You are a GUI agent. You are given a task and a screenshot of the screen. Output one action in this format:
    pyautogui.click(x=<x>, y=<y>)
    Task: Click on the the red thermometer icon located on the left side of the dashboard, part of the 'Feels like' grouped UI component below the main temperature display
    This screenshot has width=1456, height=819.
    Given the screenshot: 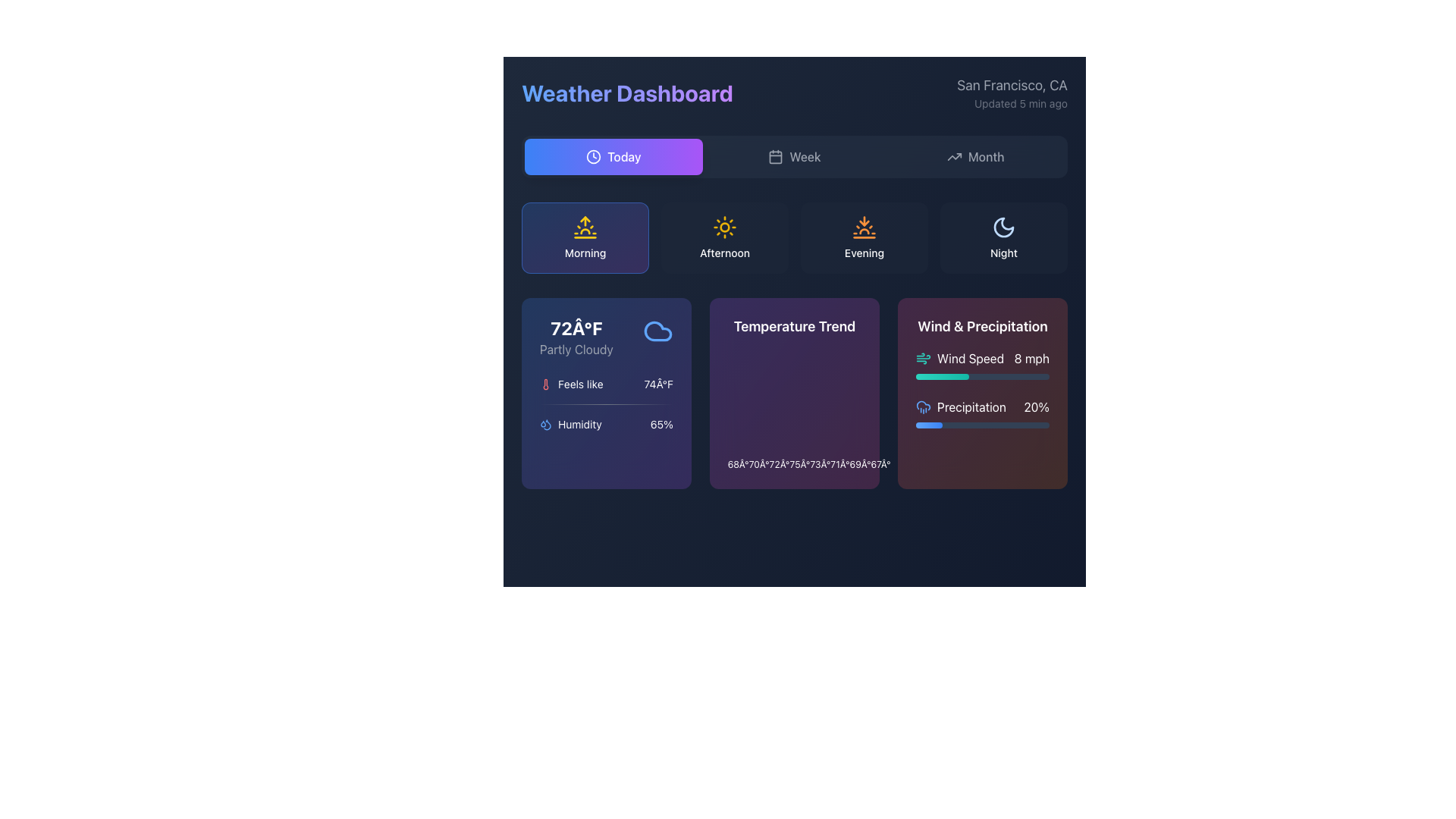 What is the action you would take?
    pyautogui.click(x=546, y=383)
    